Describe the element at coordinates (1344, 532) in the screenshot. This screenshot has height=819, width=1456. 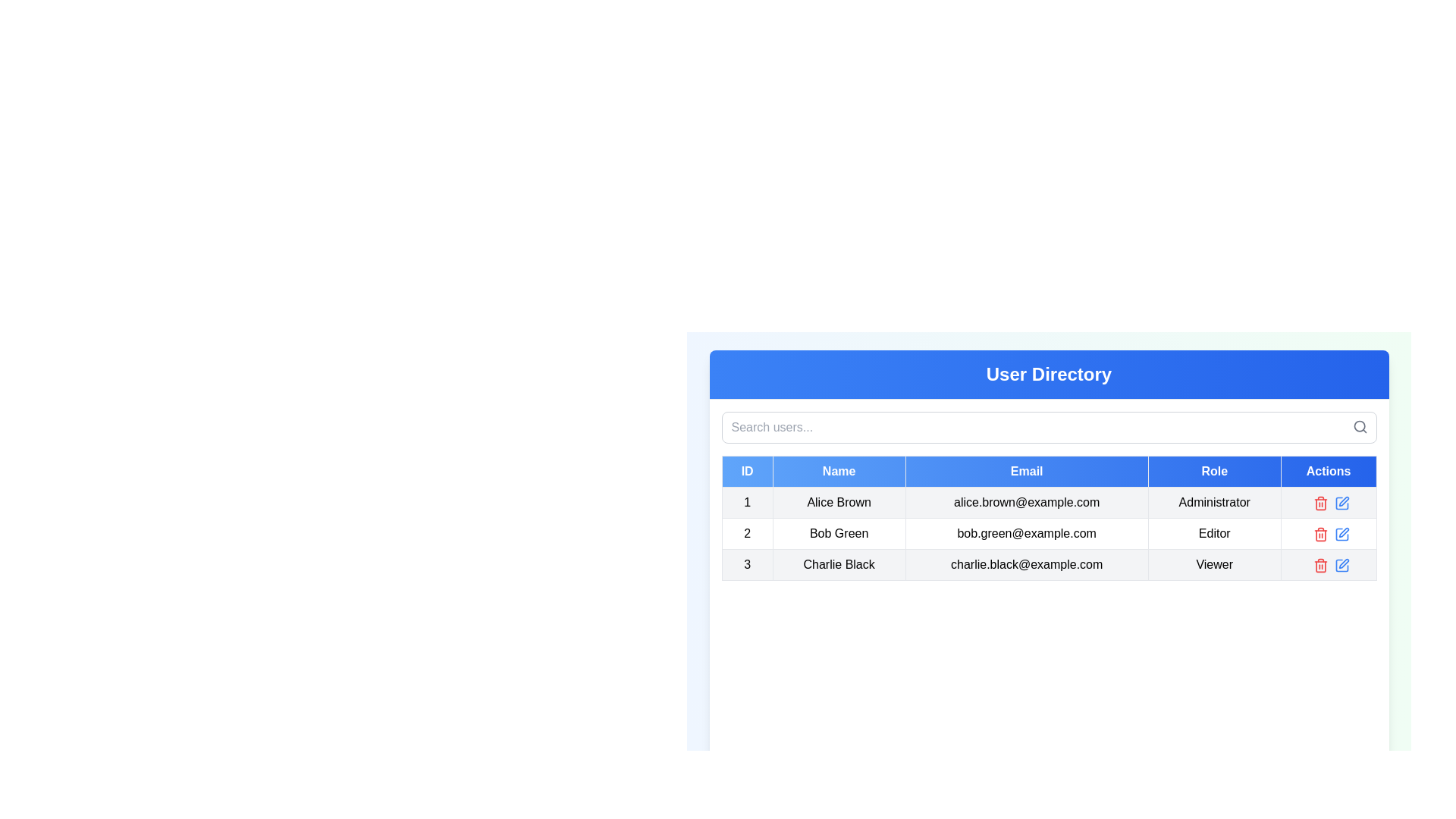
I see `the edit icon button in the Actions column of the second row to initiate editing for Bob Green's details` at that location.